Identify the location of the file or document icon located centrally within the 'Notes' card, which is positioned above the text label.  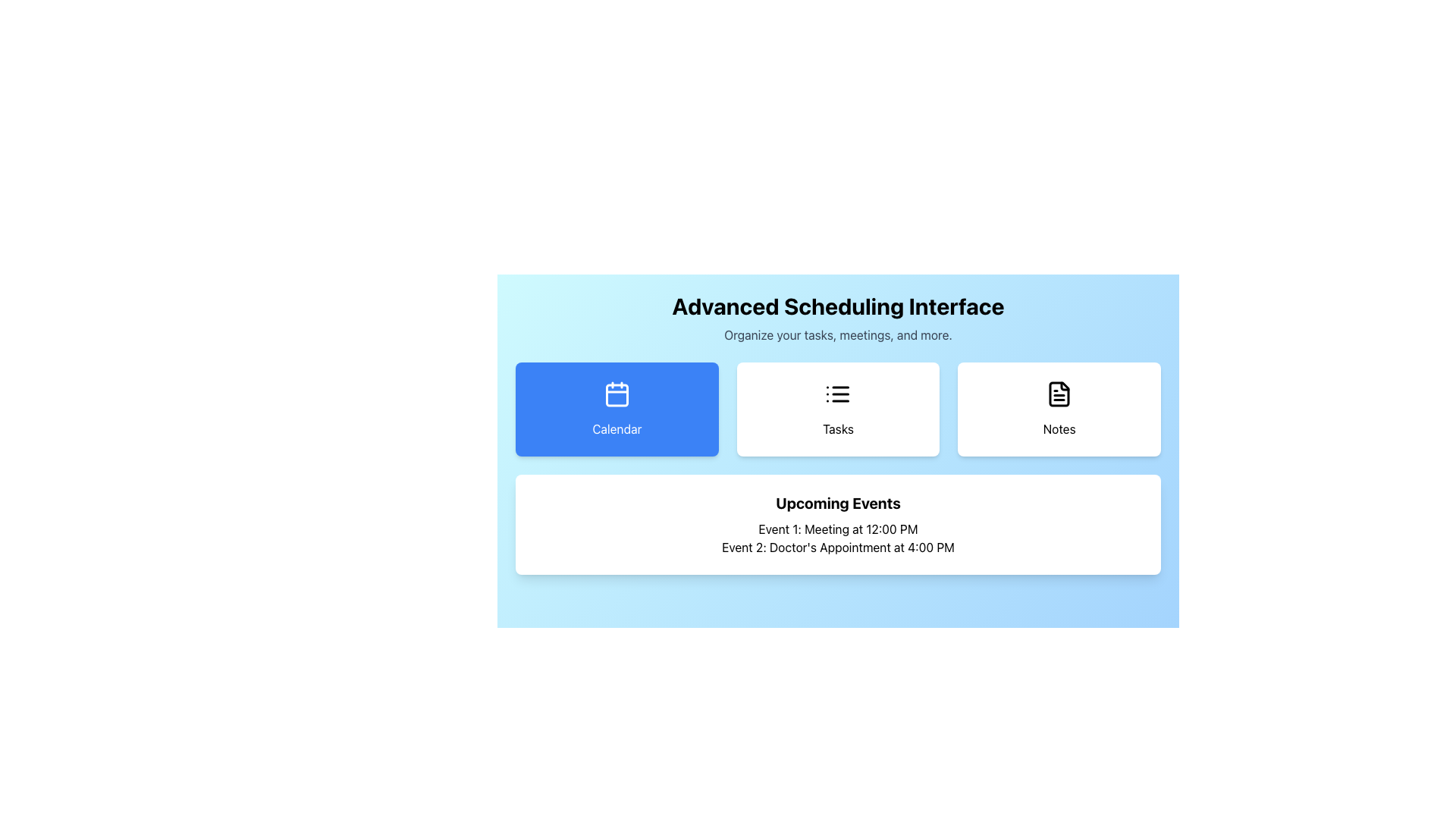
(1059, 394).